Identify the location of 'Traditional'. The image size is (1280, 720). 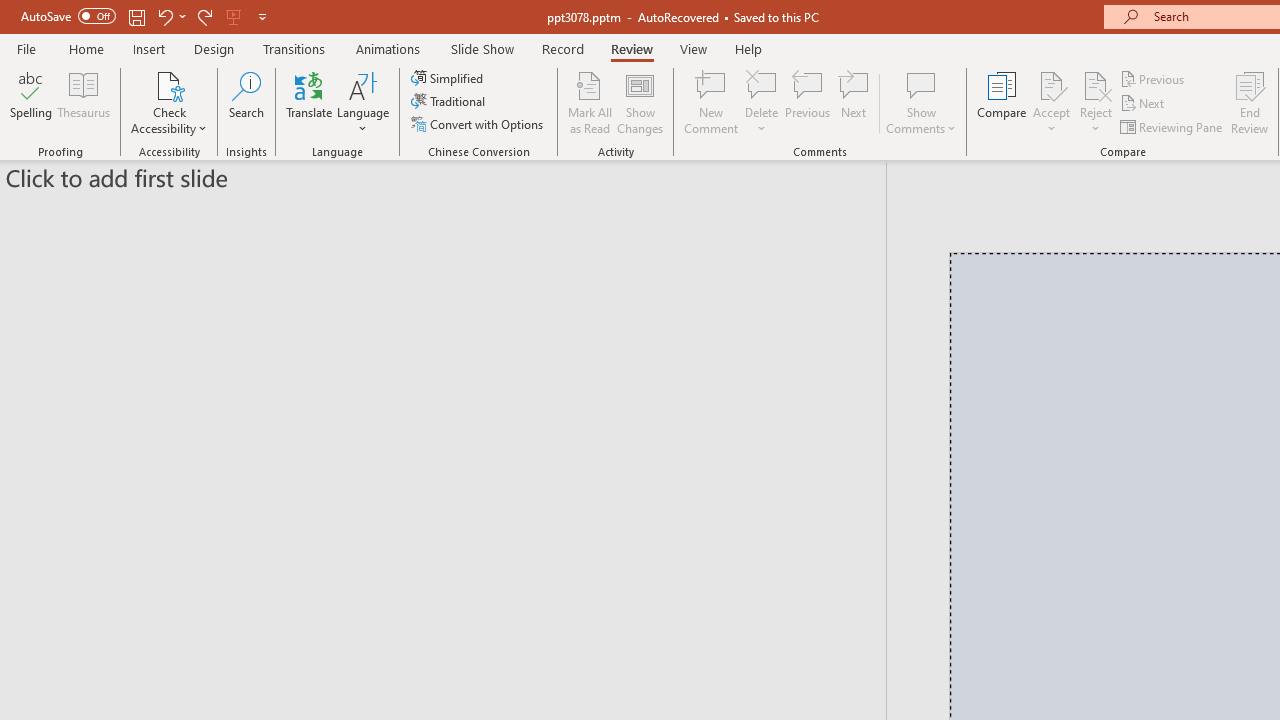
(448, 101).